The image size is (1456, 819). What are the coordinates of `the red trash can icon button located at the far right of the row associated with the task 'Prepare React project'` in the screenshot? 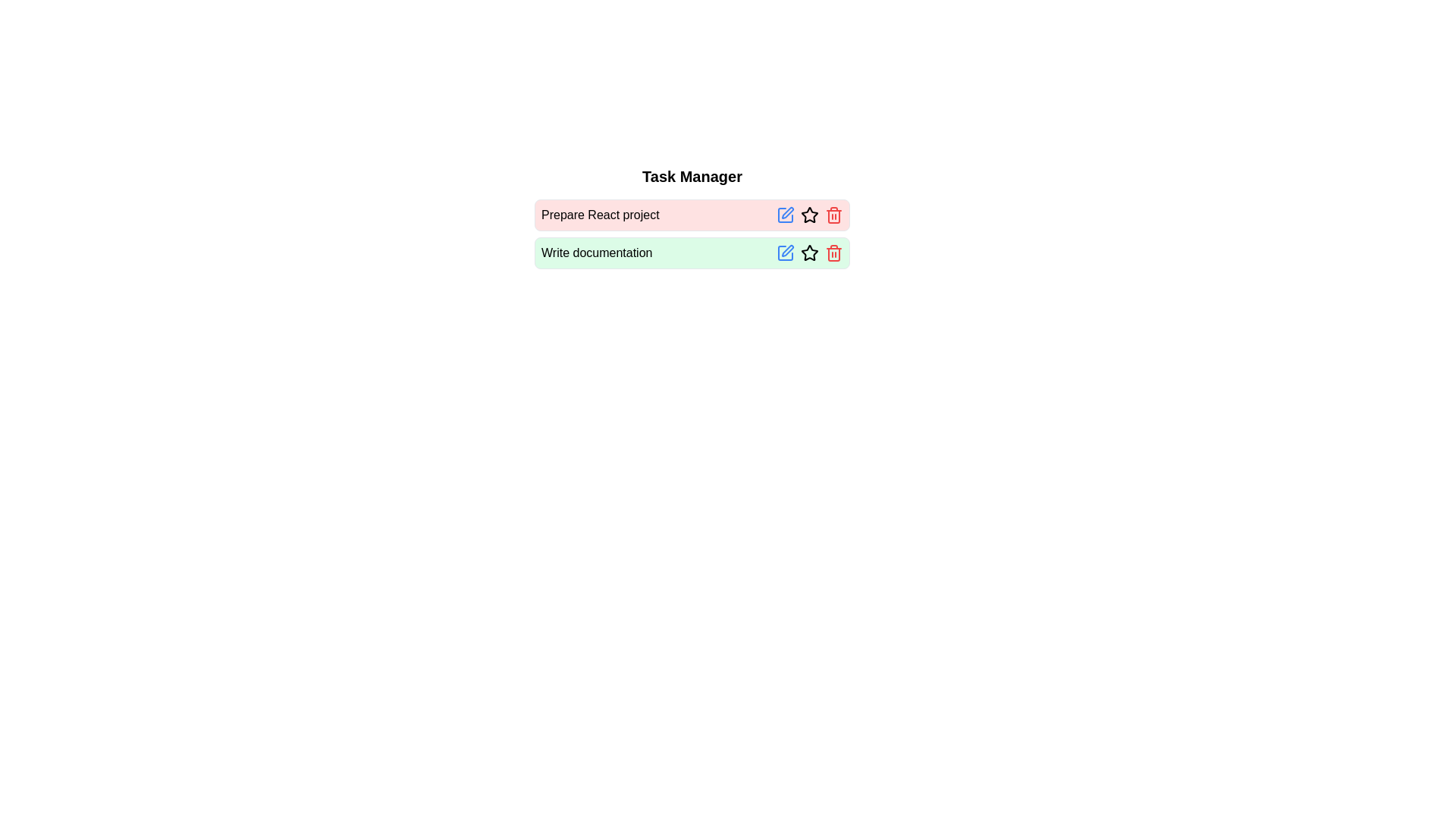 It's located at (833, 215).